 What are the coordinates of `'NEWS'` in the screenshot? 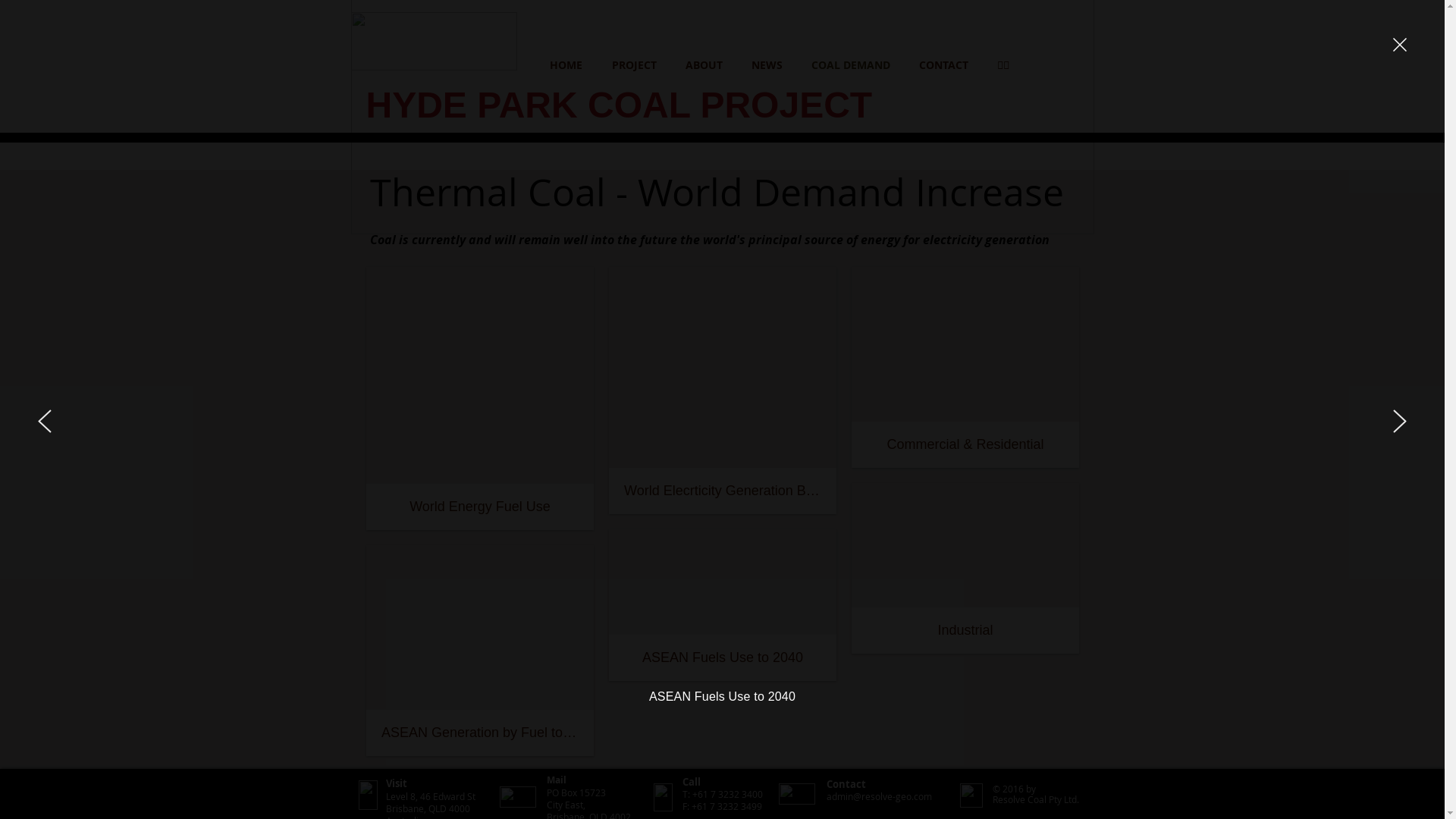 It's located at (767, 64).